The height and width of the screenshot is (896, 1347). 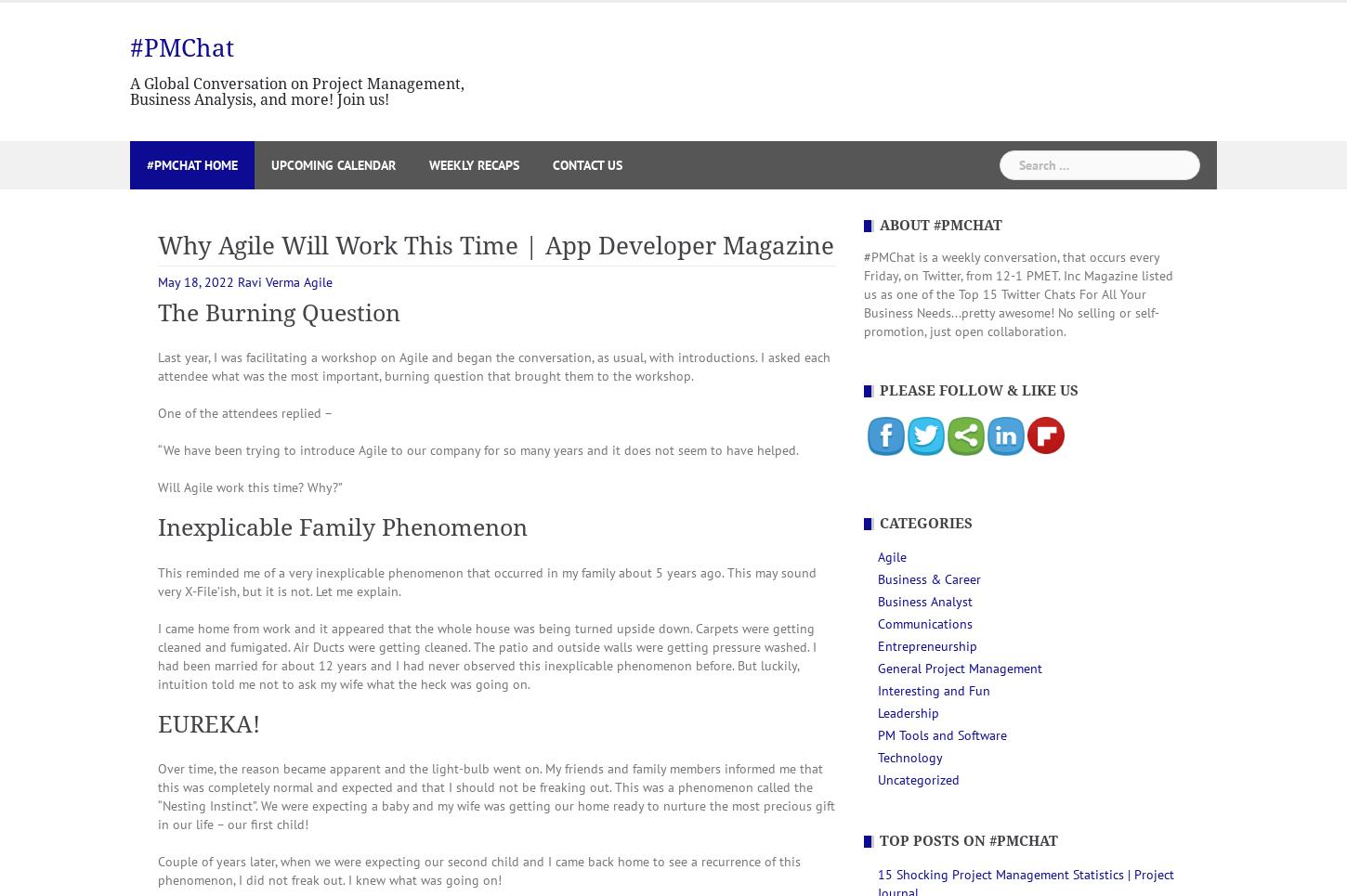 I want to click on 'Leadership', so click(x=909, y=710).